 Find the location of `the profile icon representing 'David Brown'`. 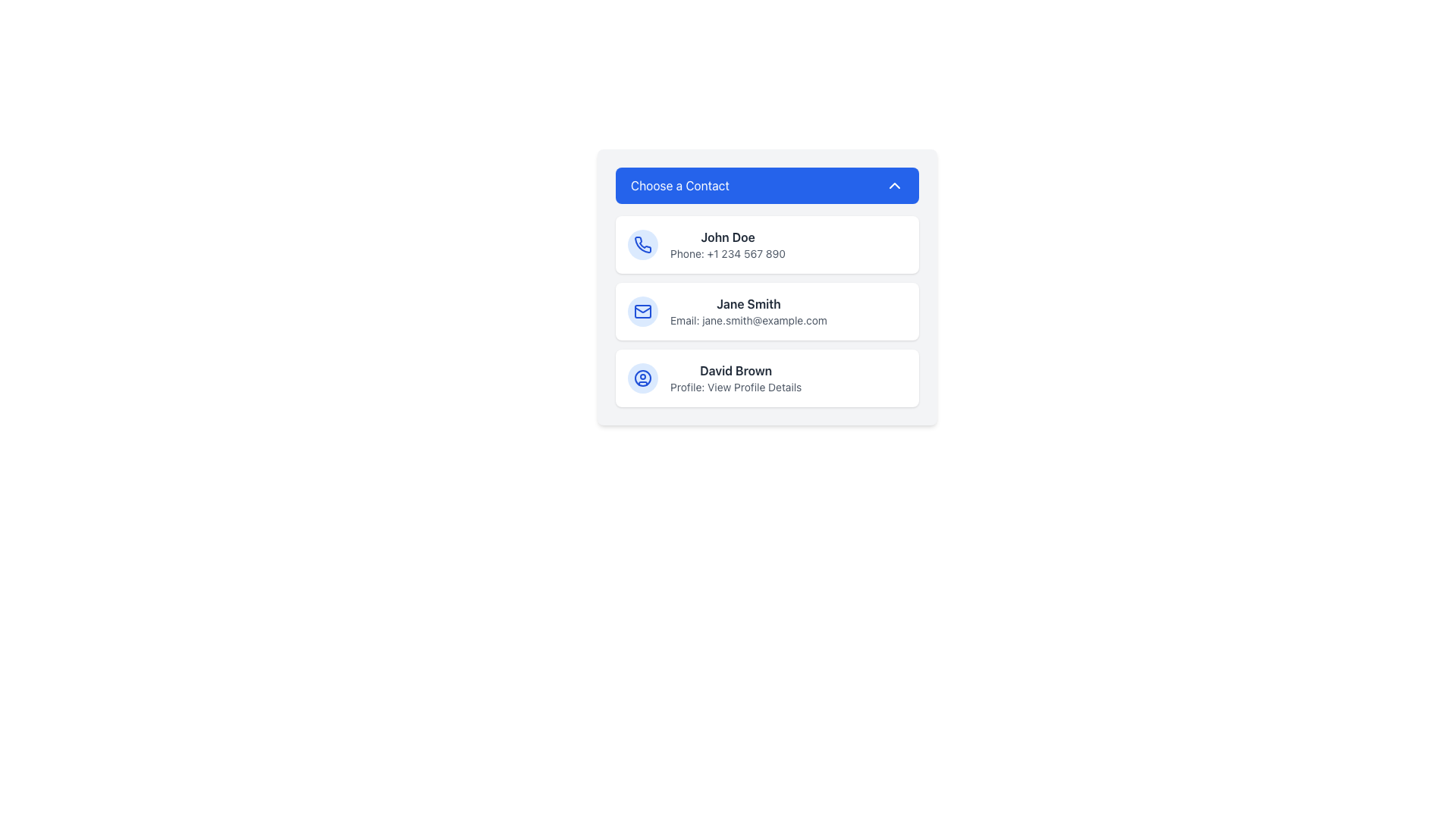

the profile icon representing 'David Brown' is located at coordinates (643, 377).